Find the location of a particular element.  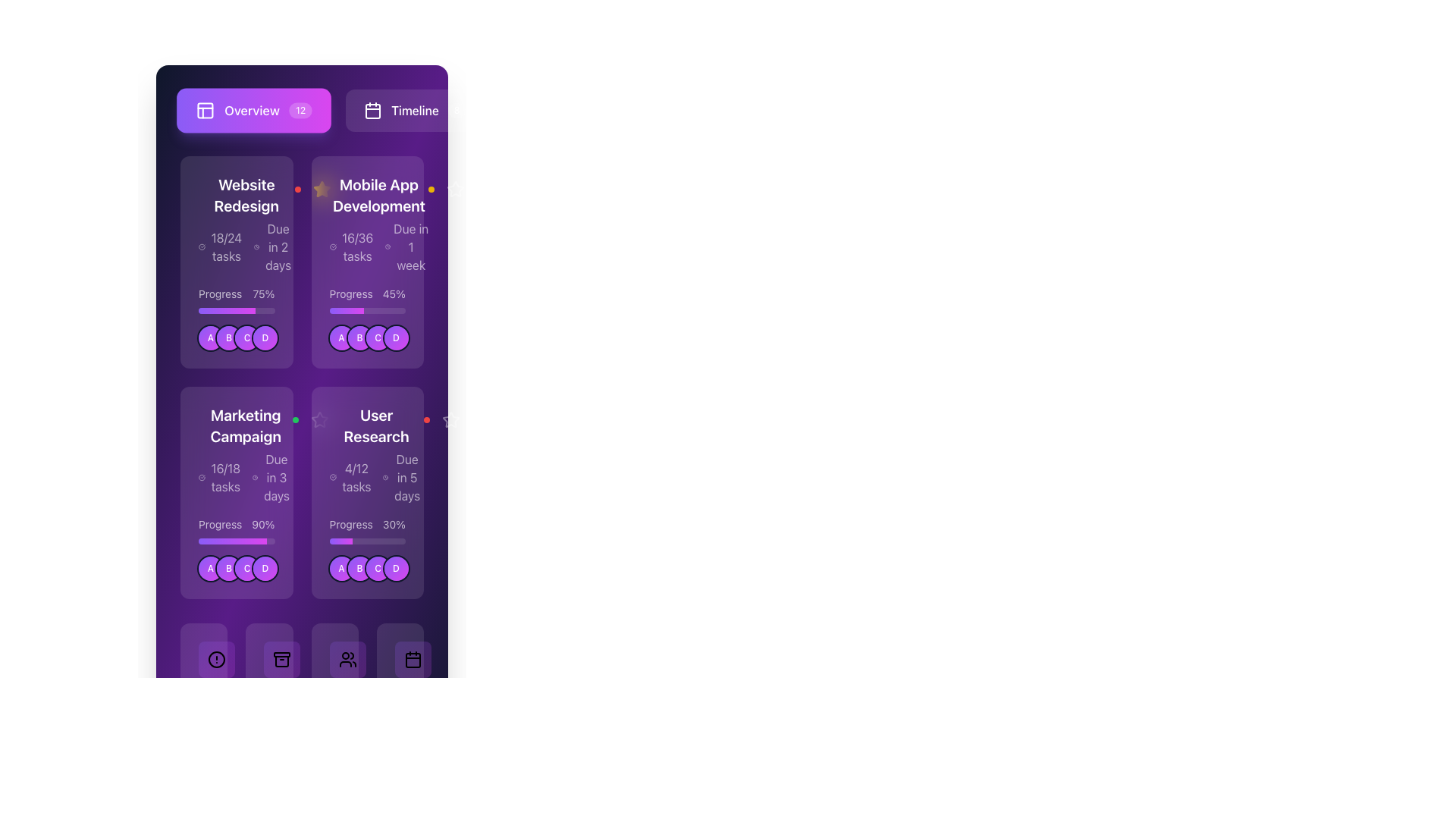

the static text display that reads '4/12 tasks' within the 'User Research' task card, which is centered vertically in the upper region of the card and has a purple background with white text is located at coordinates (356, 476).